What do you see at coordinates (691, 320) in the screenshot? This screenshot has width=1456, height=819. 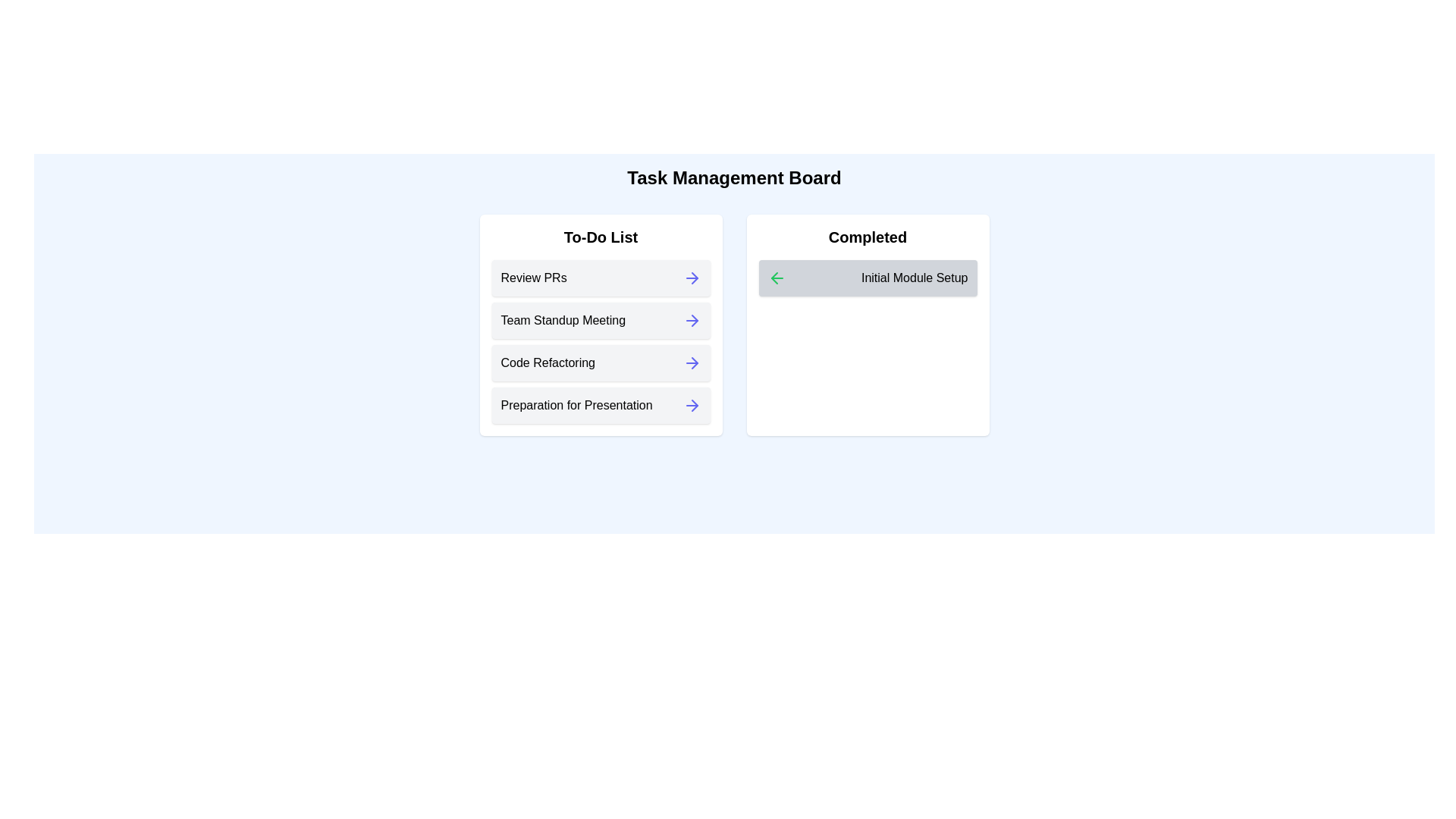 I see `the arrow next to the task 'Team Standup Meeting' in the 'To-Do List' to move it to the 'Completed' list` at bounding box center [691, 320].